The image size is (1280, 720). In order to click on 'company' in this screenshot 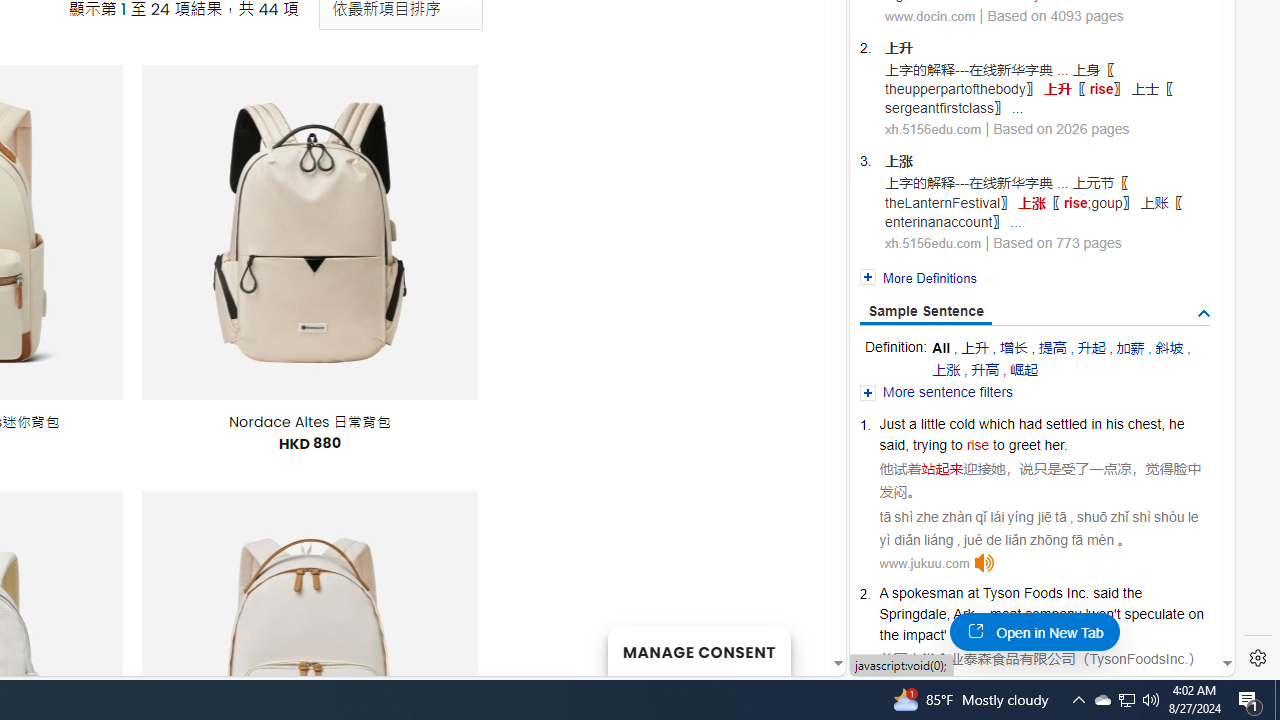, I will do `click(1052, 613)`.